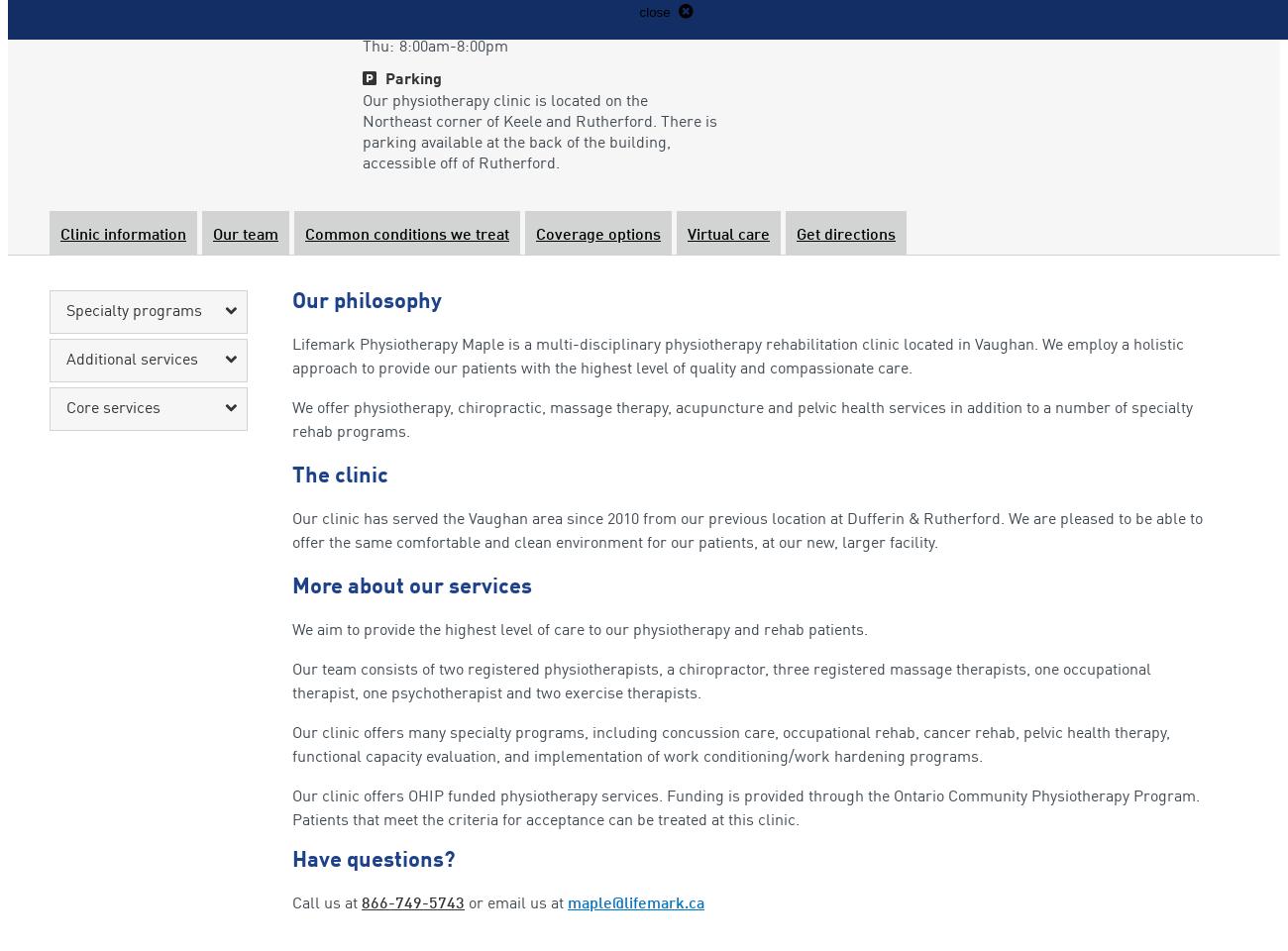 Image resolution: width=1288 pixels, height=951 pixels. What do you see at coordinates (655, 11) in the screenshot?
I see `'close'` at bounding box center [655, 11].